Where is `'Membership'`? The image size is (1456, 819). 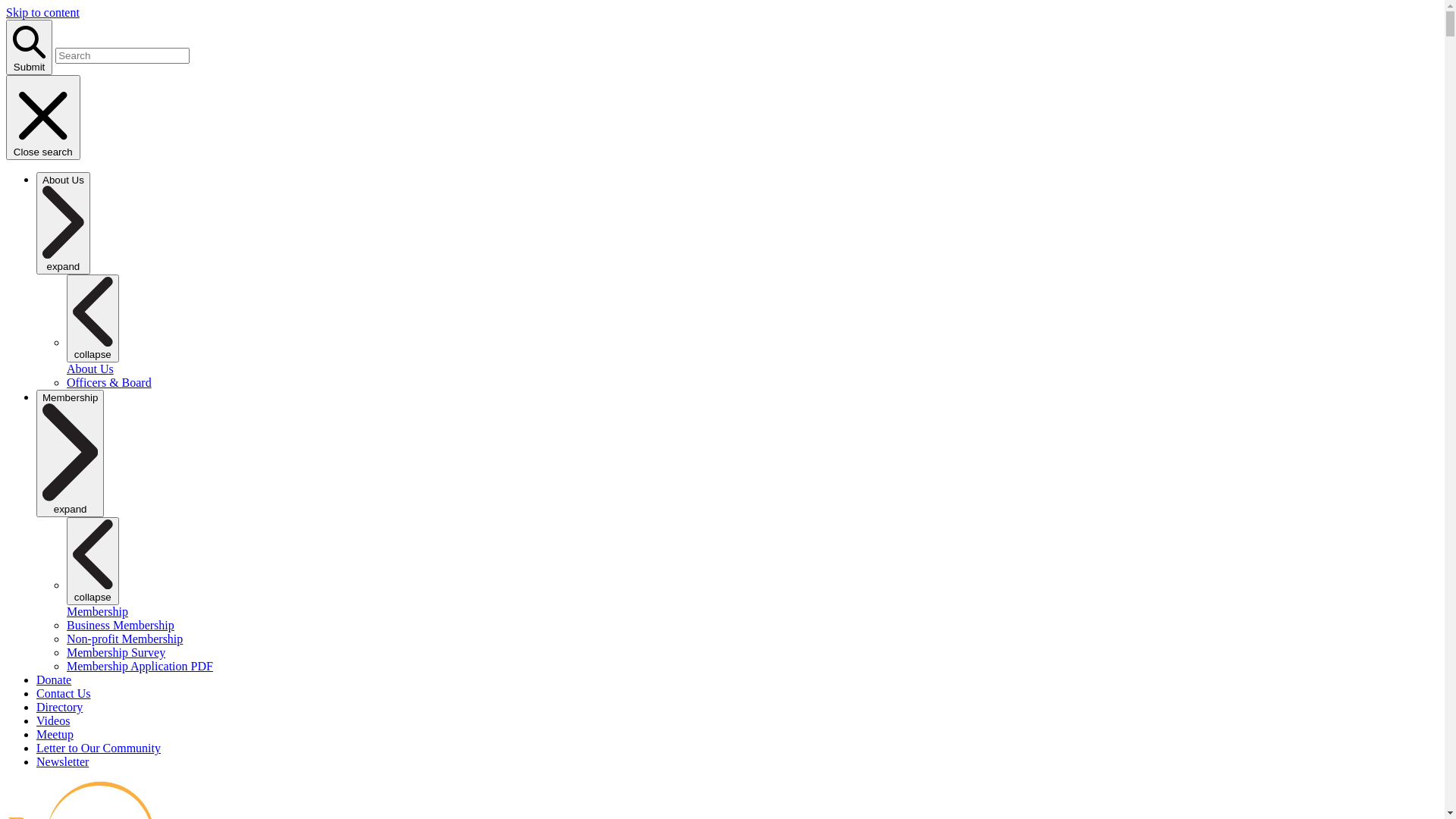 'Membership' is located at coordinates (65, 610).